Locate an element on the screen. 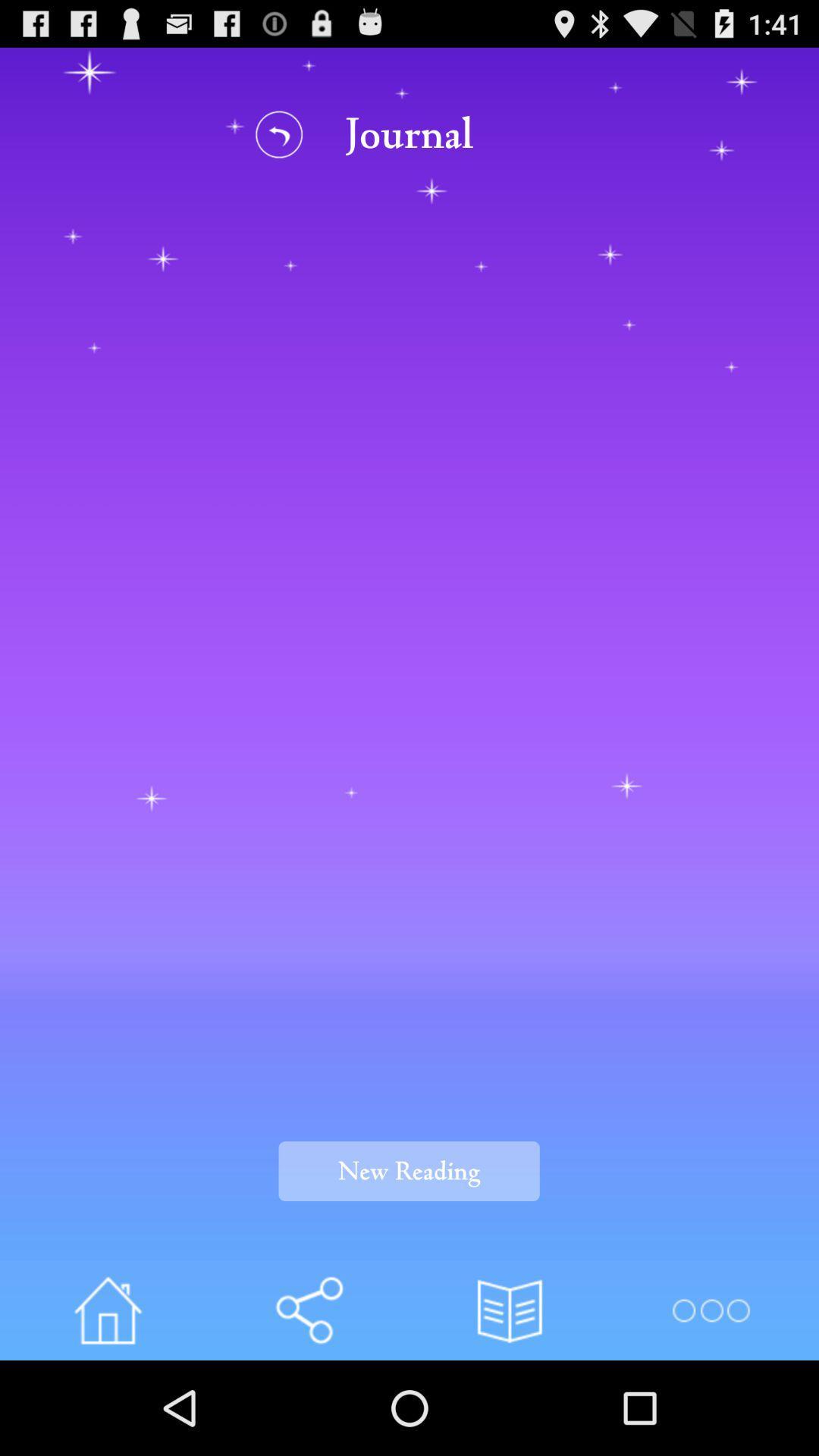 Image resolution: width=819 pixels, height=1456 pixels. home page is located at coordinates (107, 1310).